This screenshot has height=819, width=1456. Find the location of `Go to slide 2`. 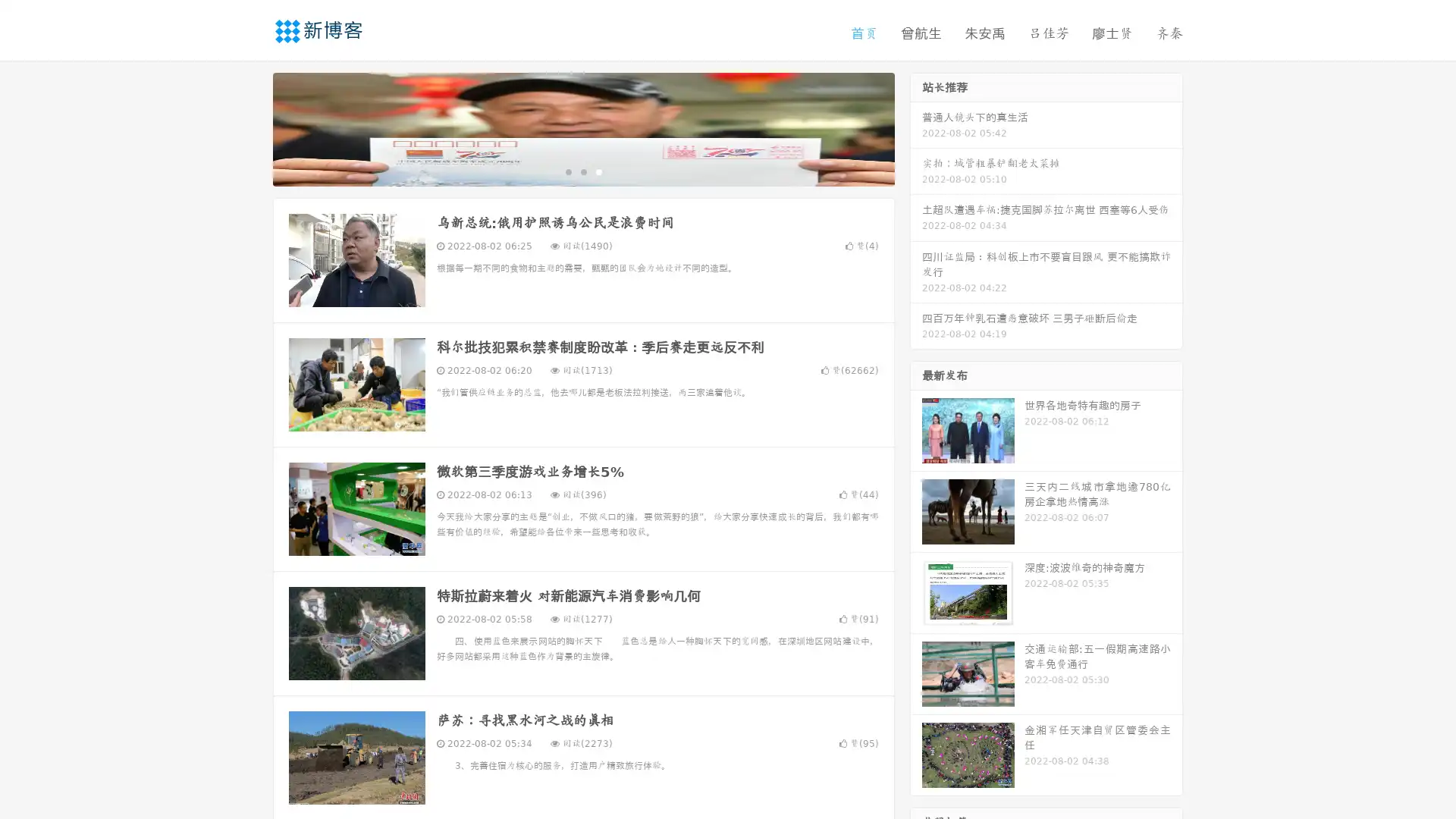

Go to slide 2 is located at coordinates (582, 171).